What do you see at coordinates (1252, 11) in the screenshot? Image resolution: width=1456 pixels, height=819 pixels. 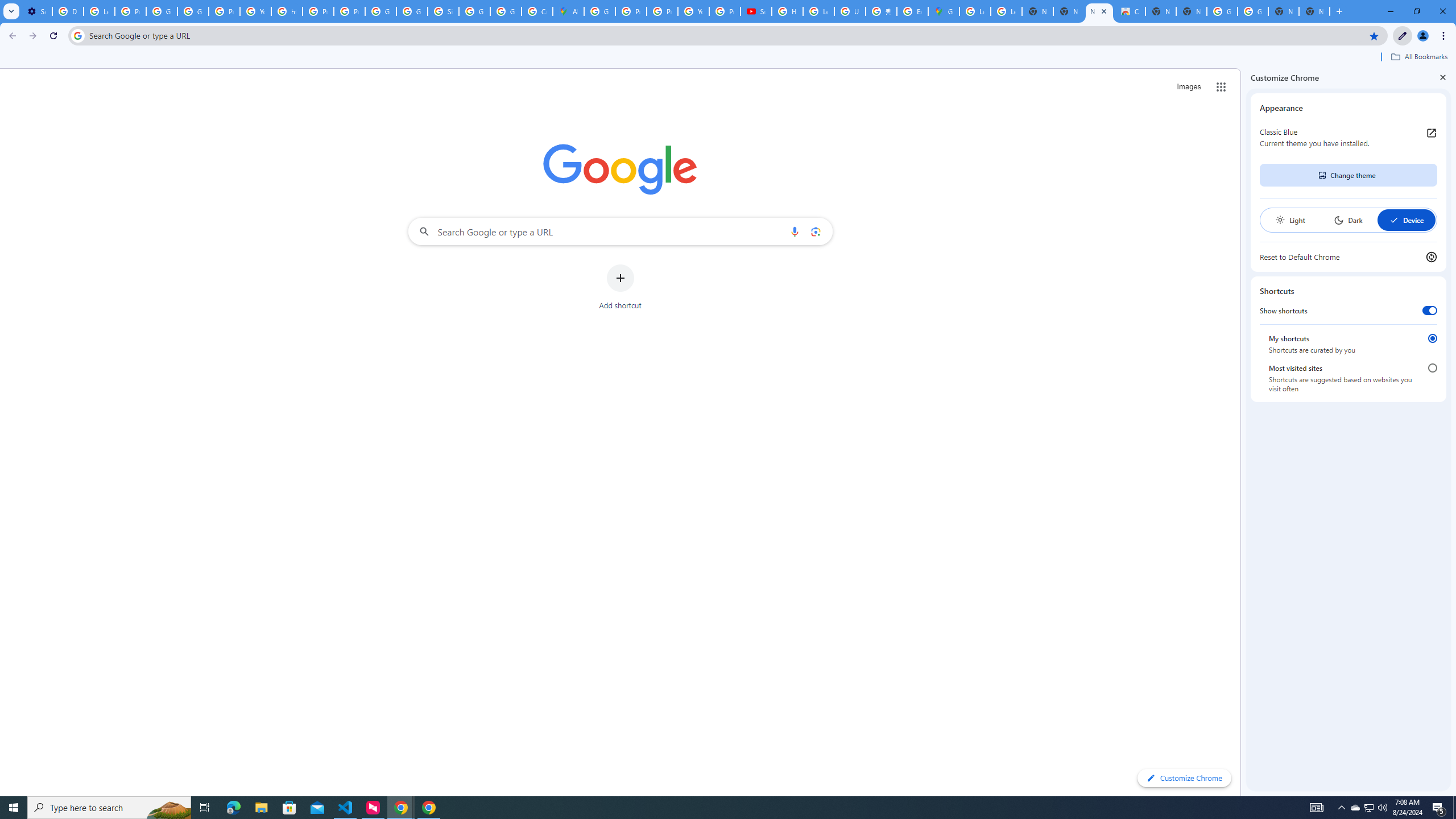 I see `'Google Images'` at bounding box center [1252, 11].